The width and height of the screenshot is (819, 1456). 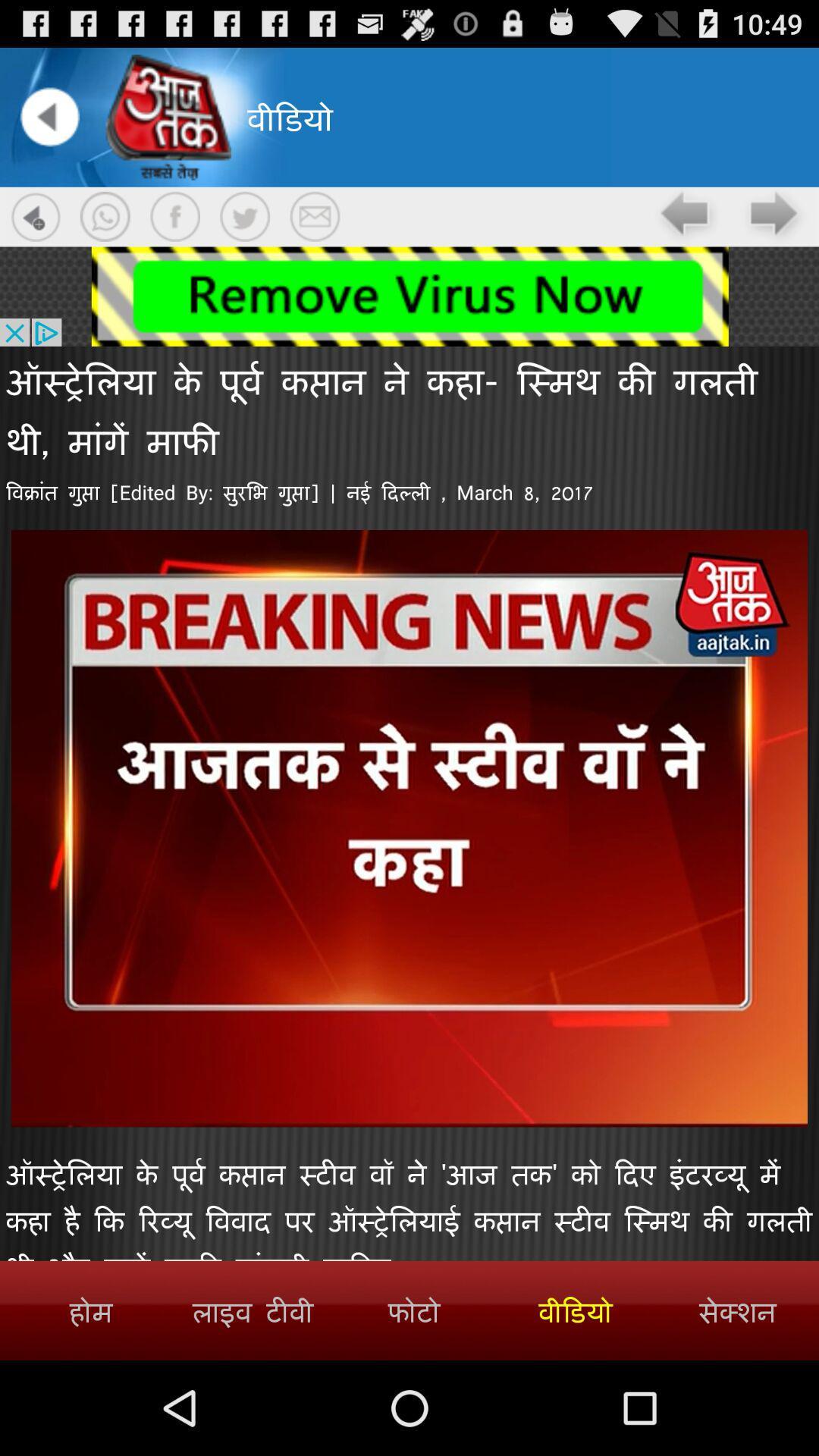 What do you see at coordinates (774, 231) in the screenshot?
I see `the arrow_forward icon` at bounding box center [774, 231].